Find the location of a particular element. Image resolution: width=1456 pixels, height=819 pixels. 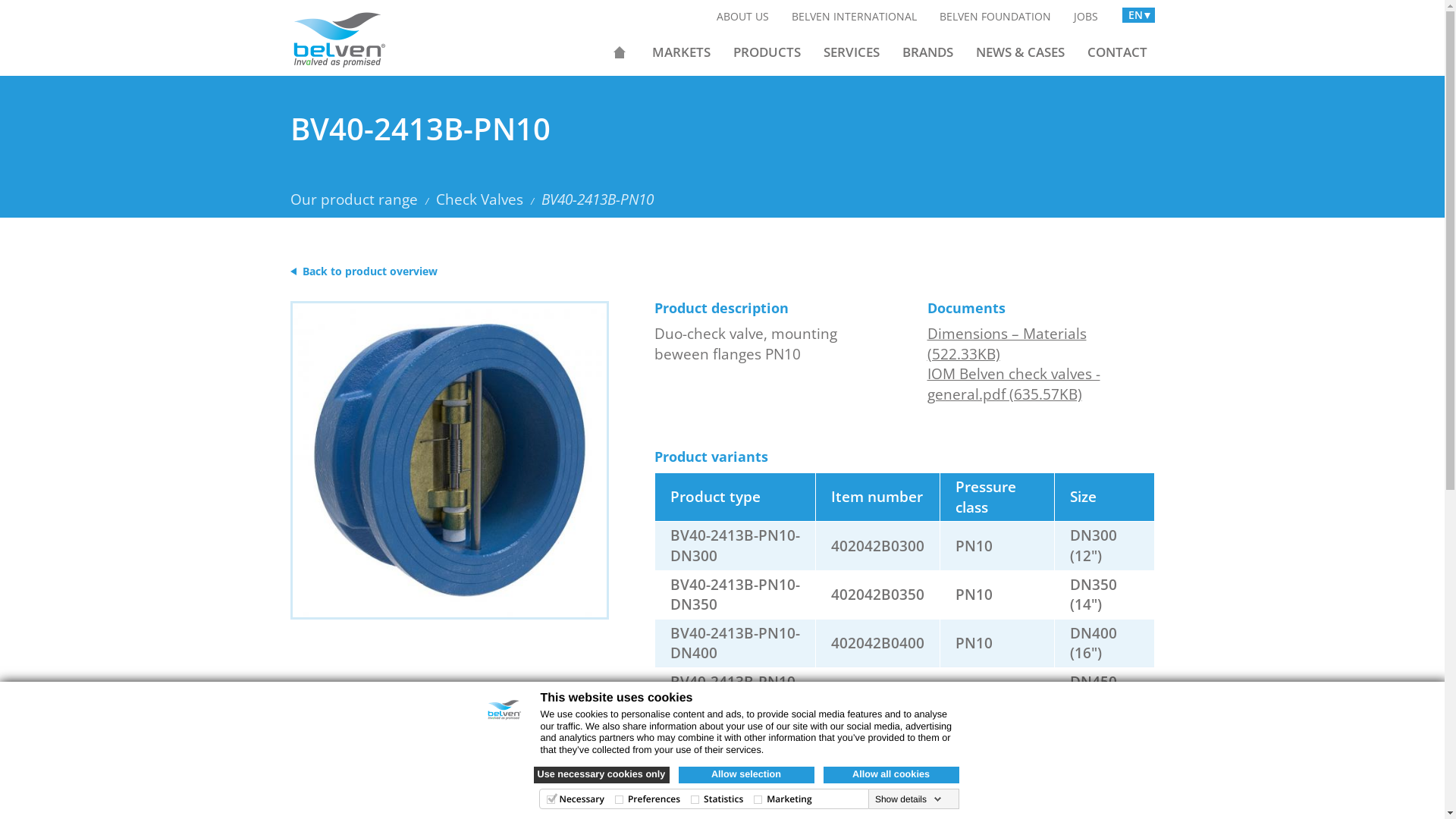

'HOME' is located at coordinates (619, 51).